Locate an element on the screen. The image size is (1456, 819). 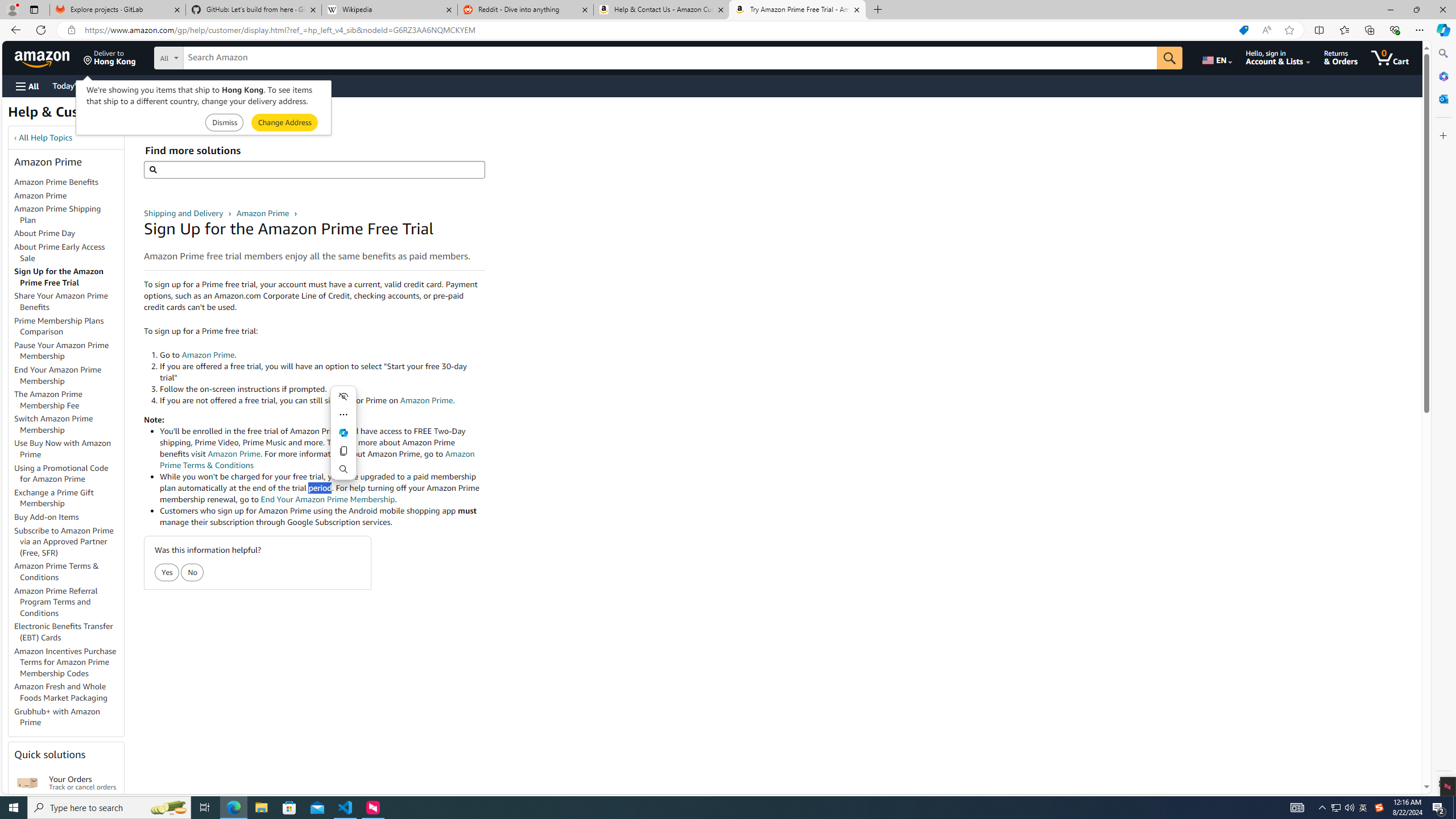
'Buy Add-on Items' is located at coordinates (46, 516).